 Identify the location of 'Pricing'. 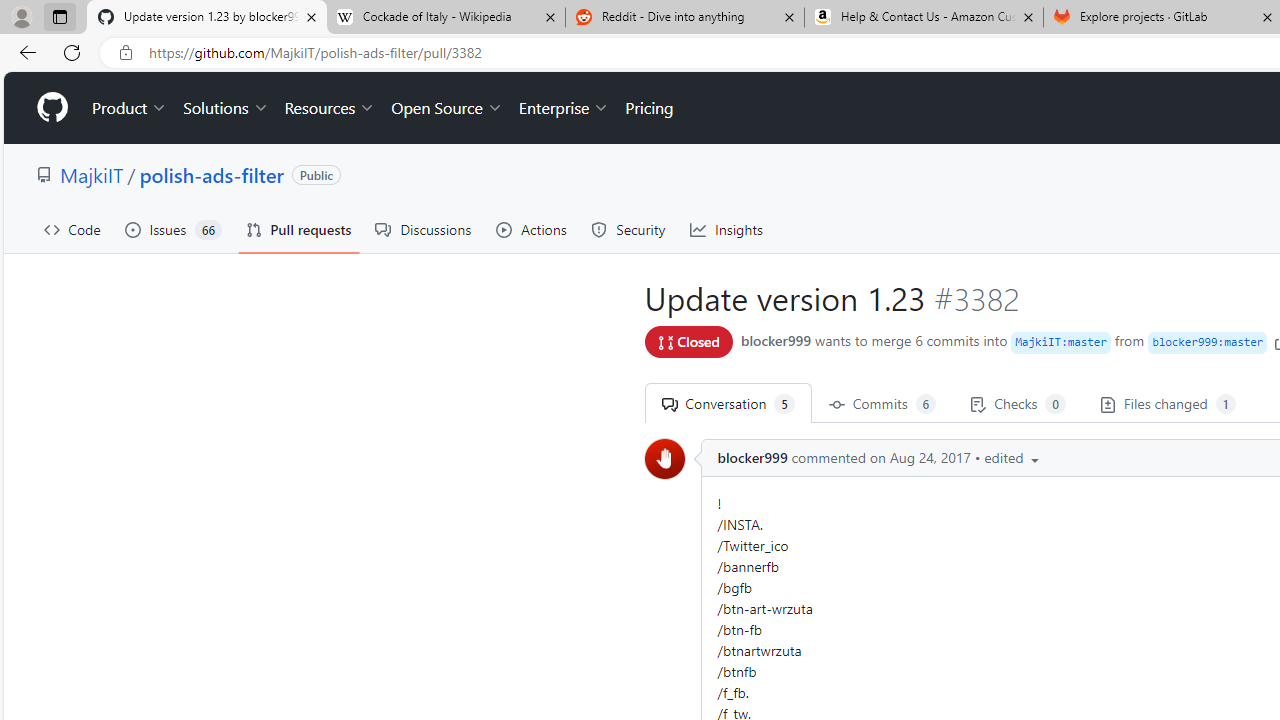
(649, 108).